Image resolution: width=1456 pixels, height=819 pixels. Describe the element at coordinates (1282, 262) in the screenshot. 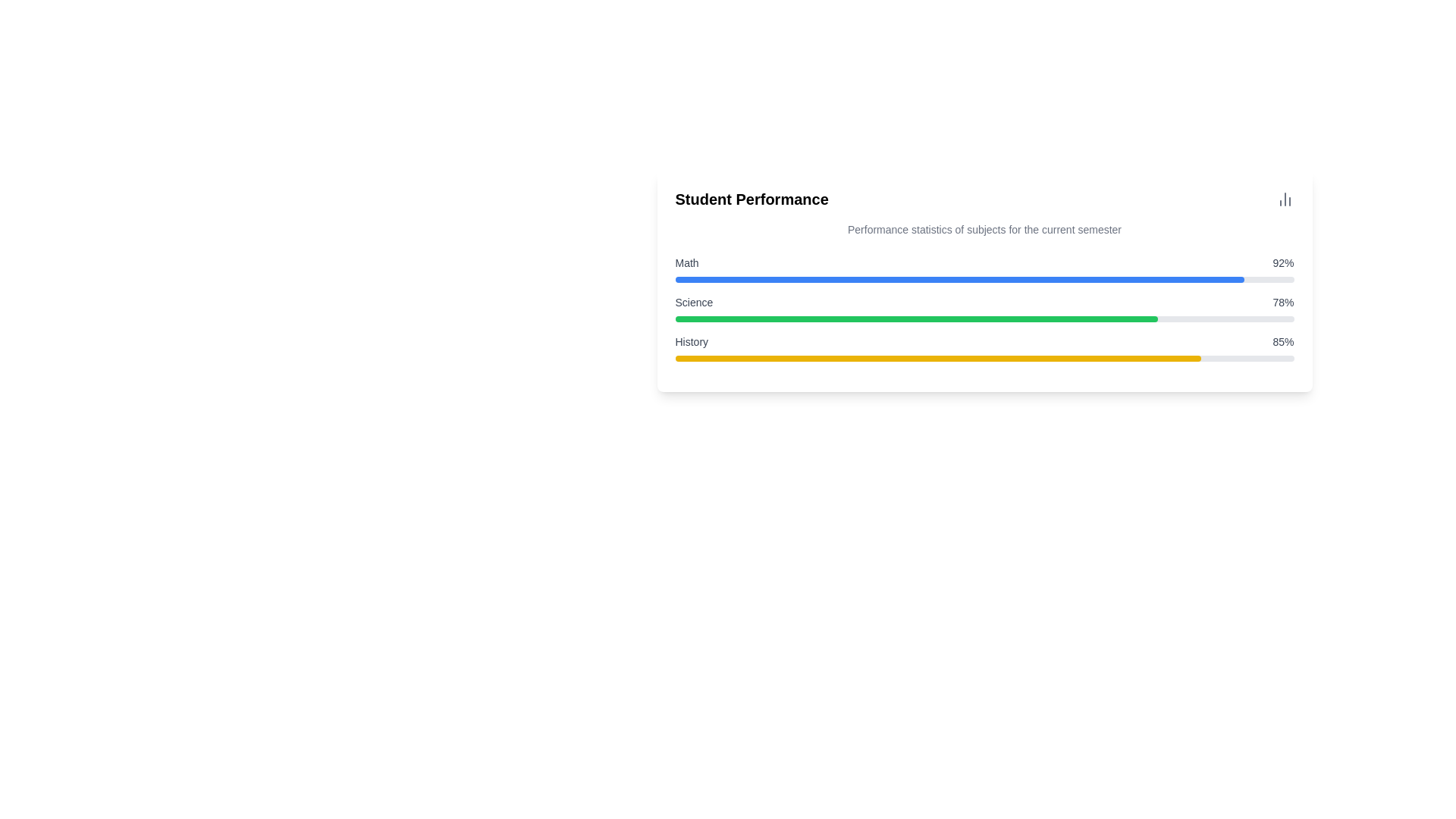

I see `the text element displaying '92%' which is styled in gray and located to the right of the 'Math' label` at that location.